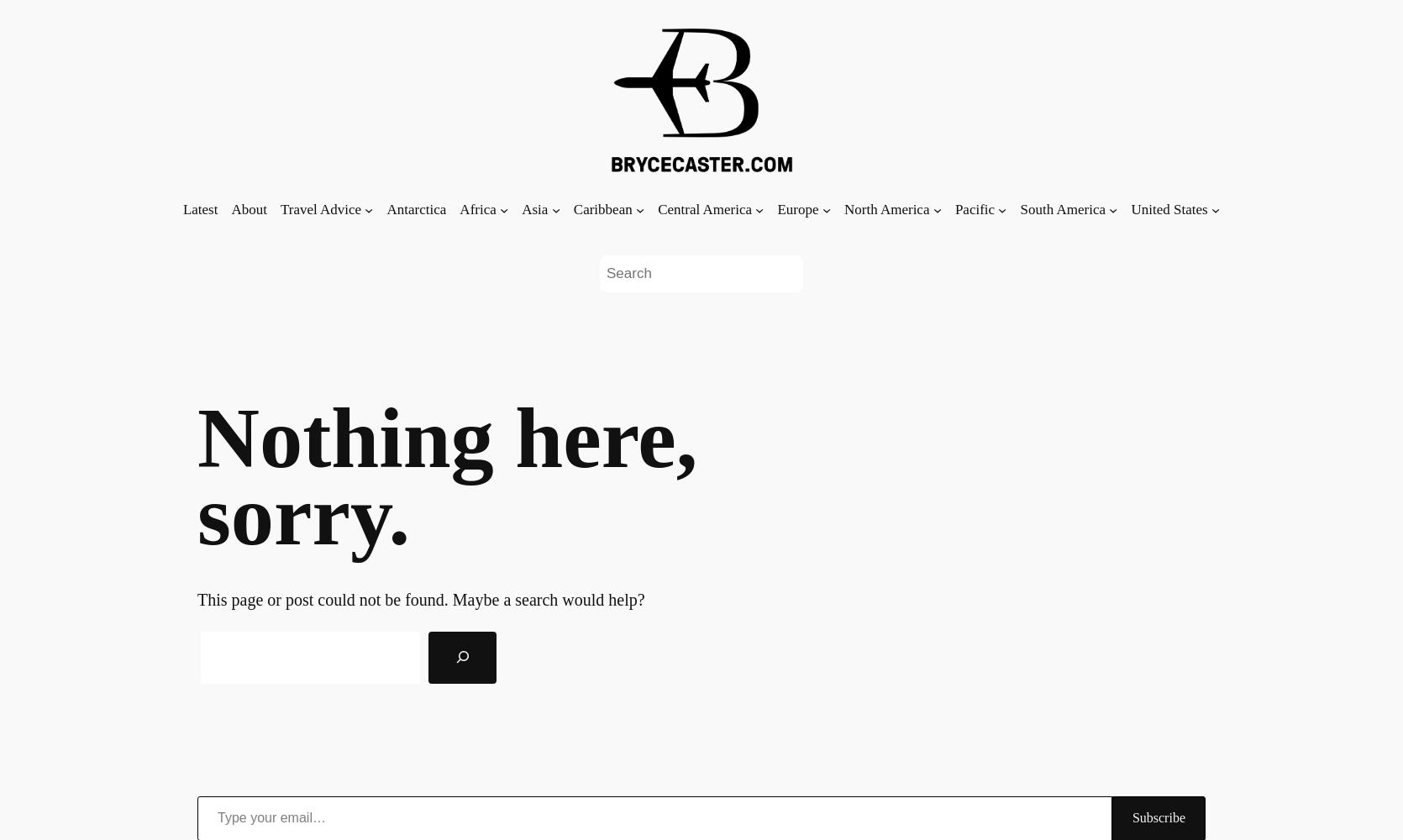 The width and height of the screenshot is (1403, 840). What do you see at coordinates (533, 208) in the screenshot?
I see `'Asia'` at bounding box center [533, 208].